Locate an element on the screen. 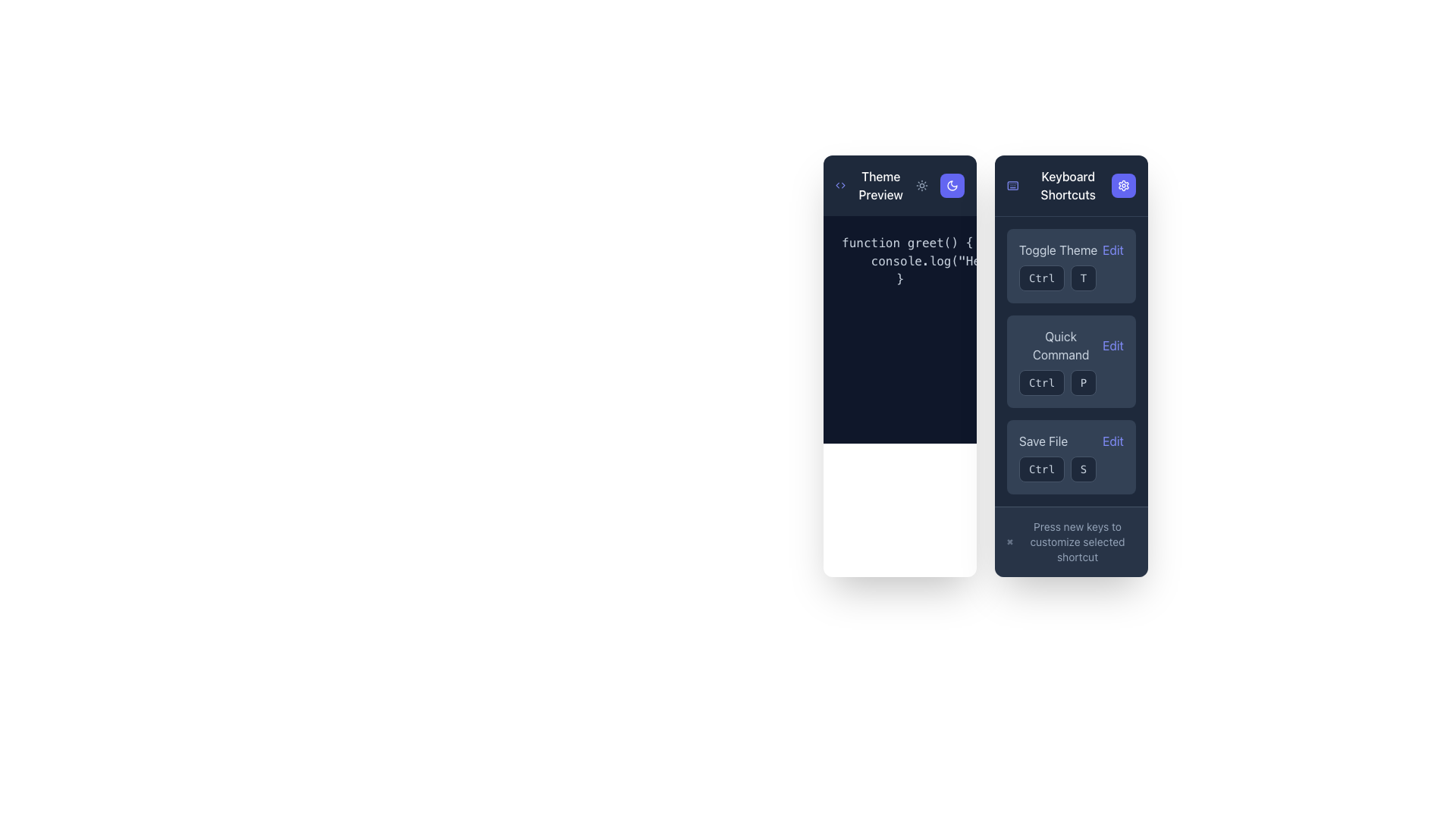  the 'Quick Command' list item within the 'Keyboard Shortcuts' section for accessibility purposes is located at coordinates (1070, 362).